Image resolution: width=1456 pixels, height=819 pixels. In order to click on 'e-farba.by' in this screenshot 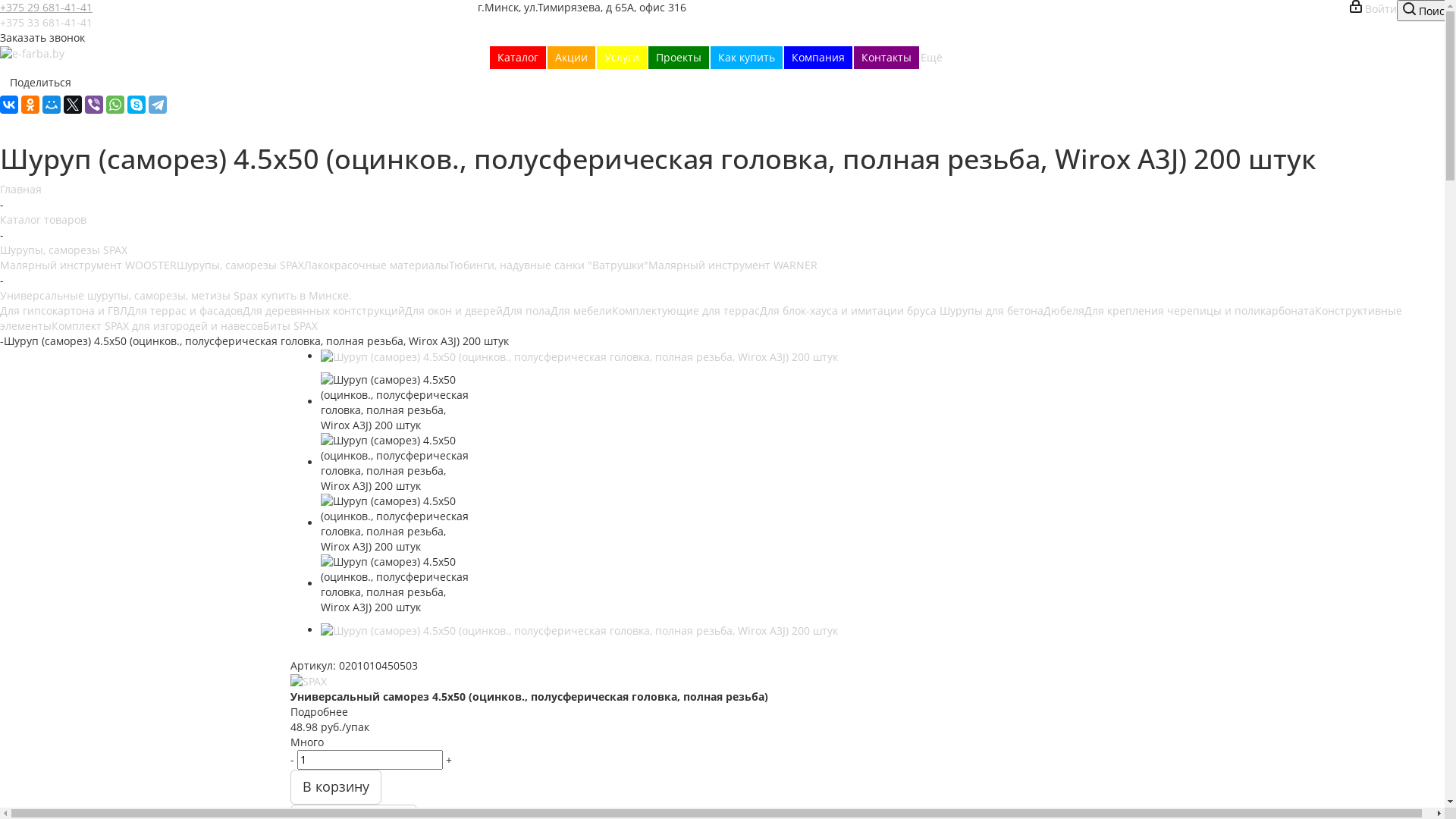, I will do `click(32, 52)`.